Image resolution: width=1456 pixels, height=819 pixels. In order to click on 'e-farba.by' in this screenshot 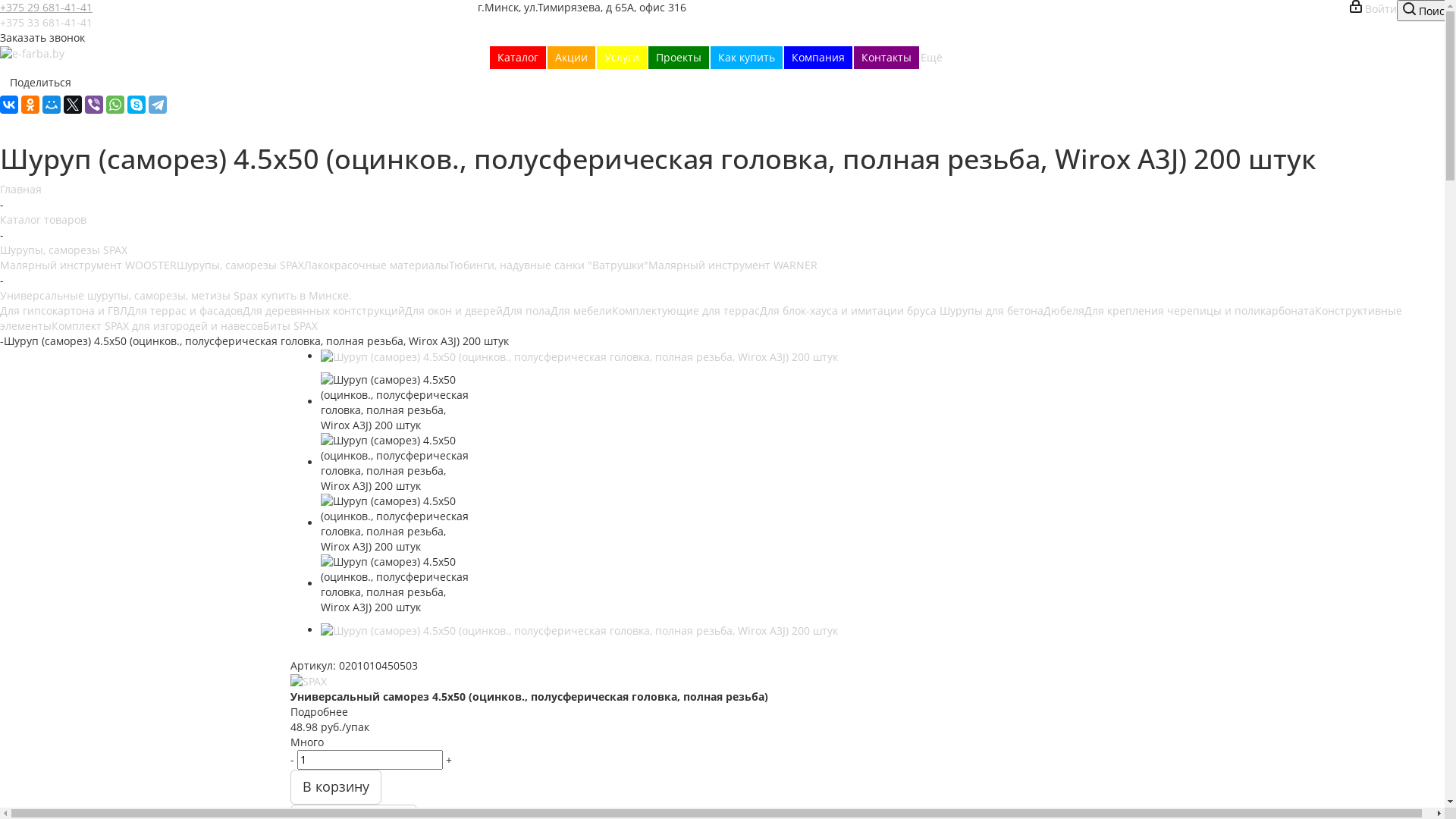, I will do `click(32, 52)`.